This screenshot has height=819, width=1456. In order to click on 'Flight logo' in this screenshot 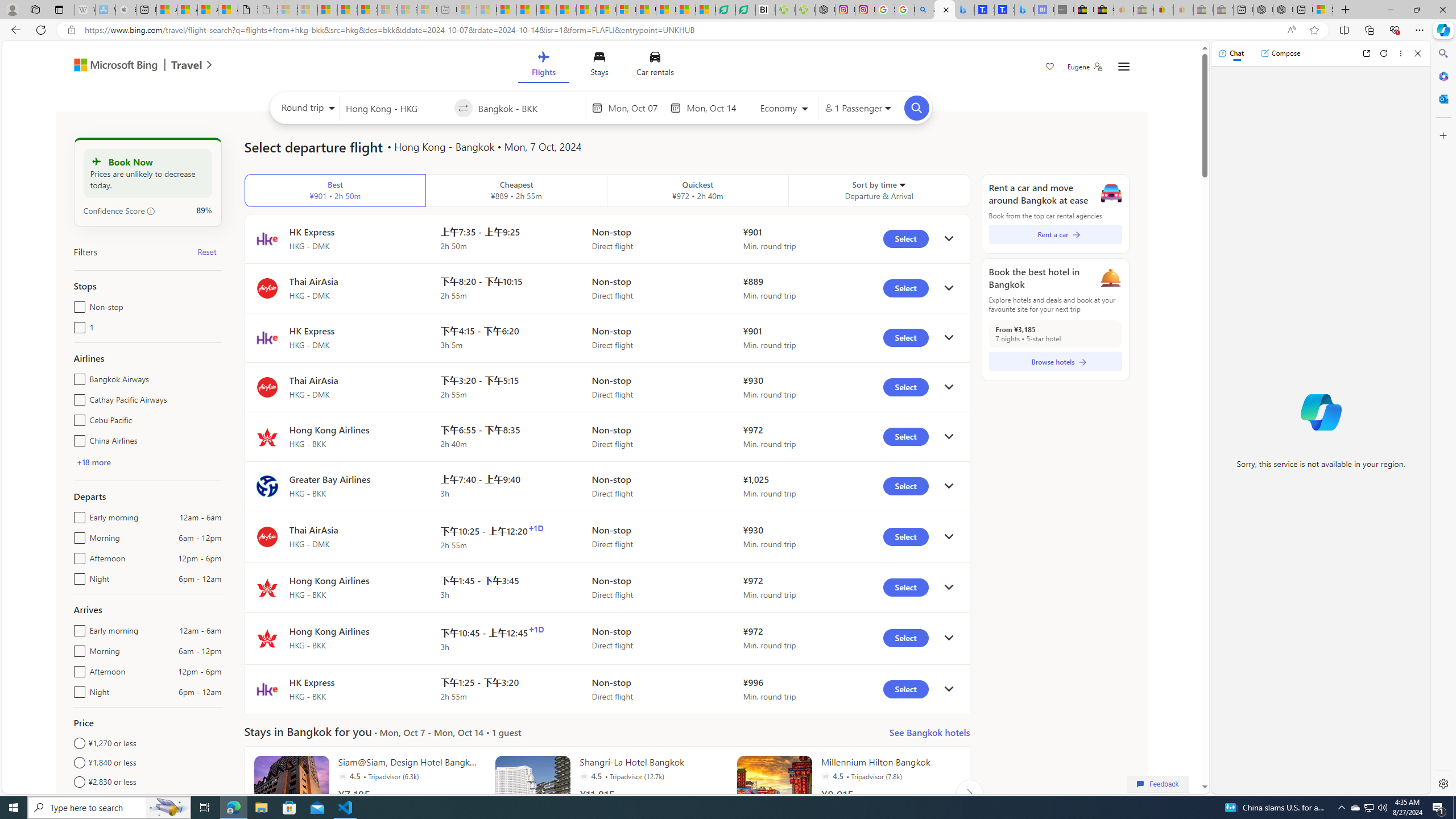, I will do `click(266, 688)`.